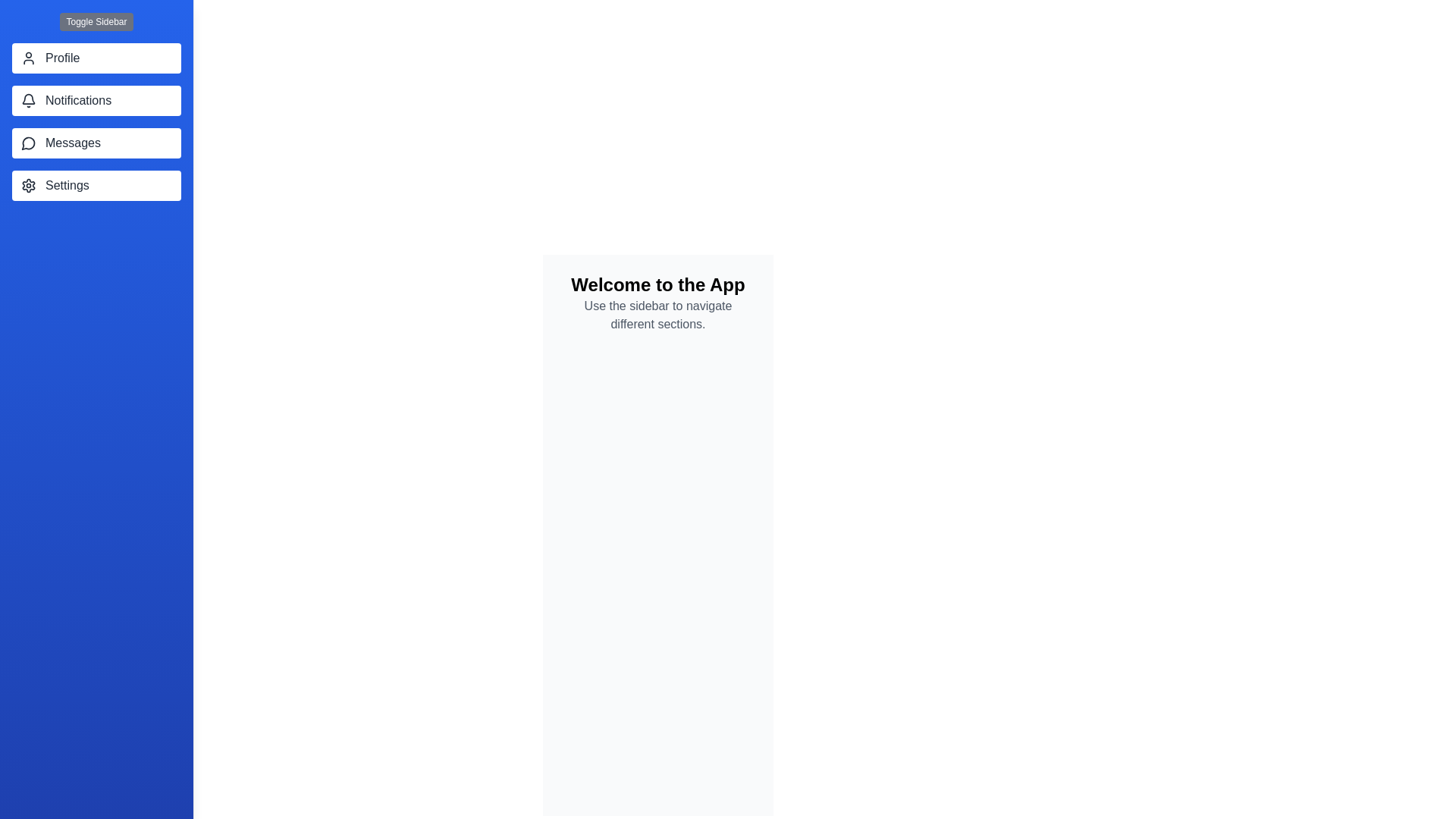 The image size is (1456, 819). I want to click on the menu item labeled Settings in the sidebar, so click(96, 185).